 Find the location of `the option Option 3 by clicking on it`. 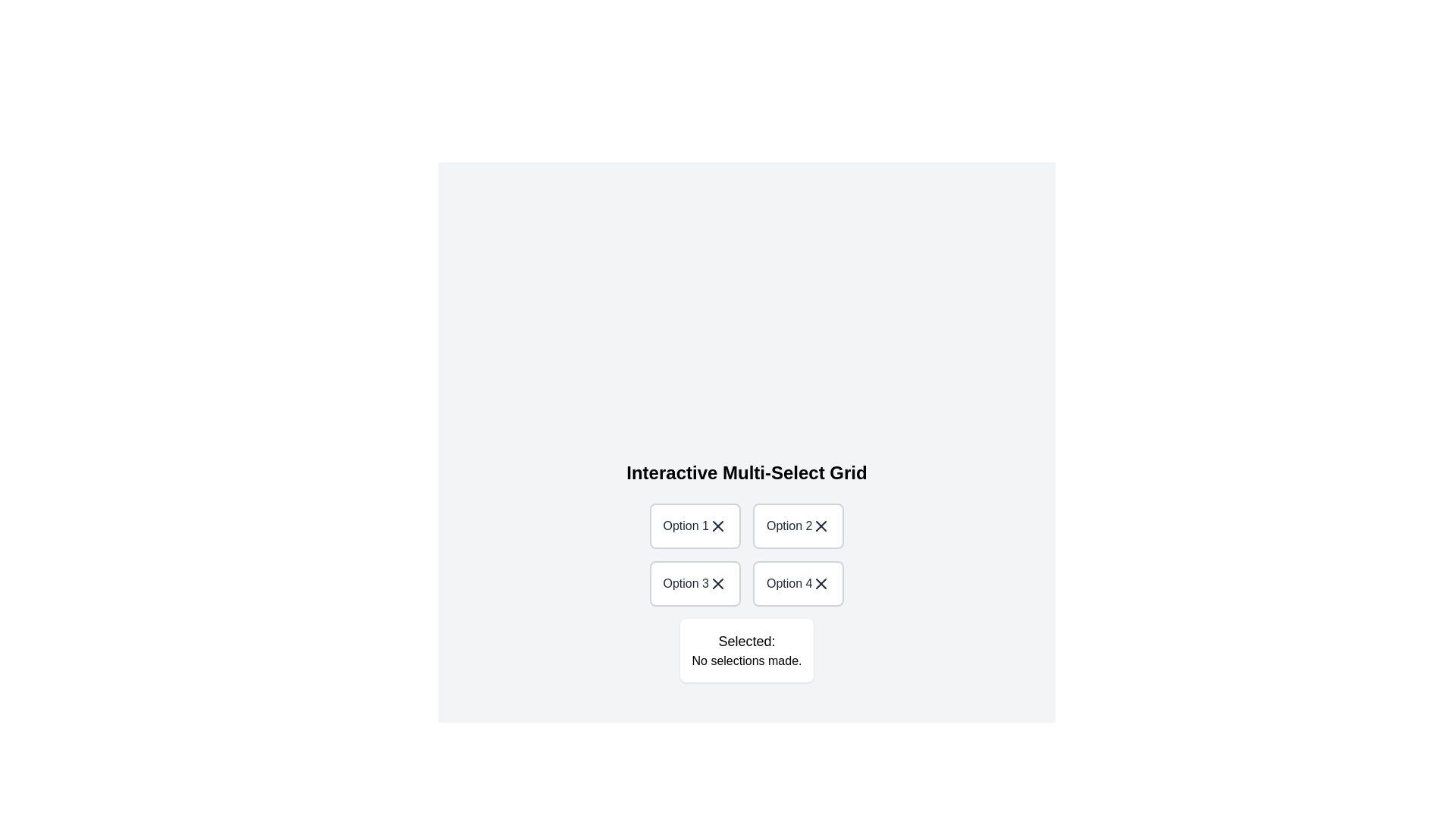

the option Option 3 by clicking on it is located at coordinates (694, 583).